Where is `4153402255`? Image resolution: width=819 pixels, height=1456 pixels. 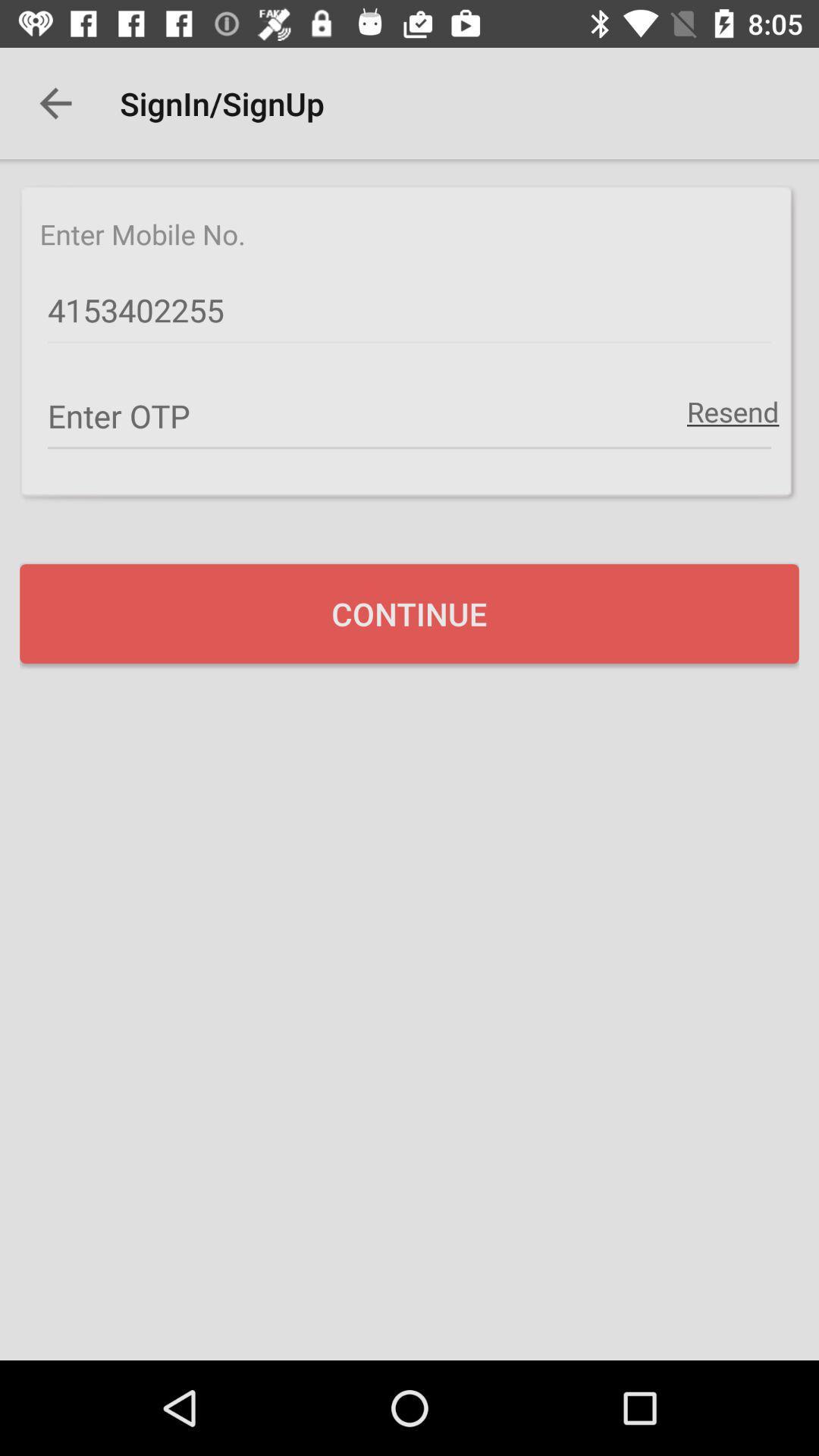
4153402255 is located at coordinates (409, 310).